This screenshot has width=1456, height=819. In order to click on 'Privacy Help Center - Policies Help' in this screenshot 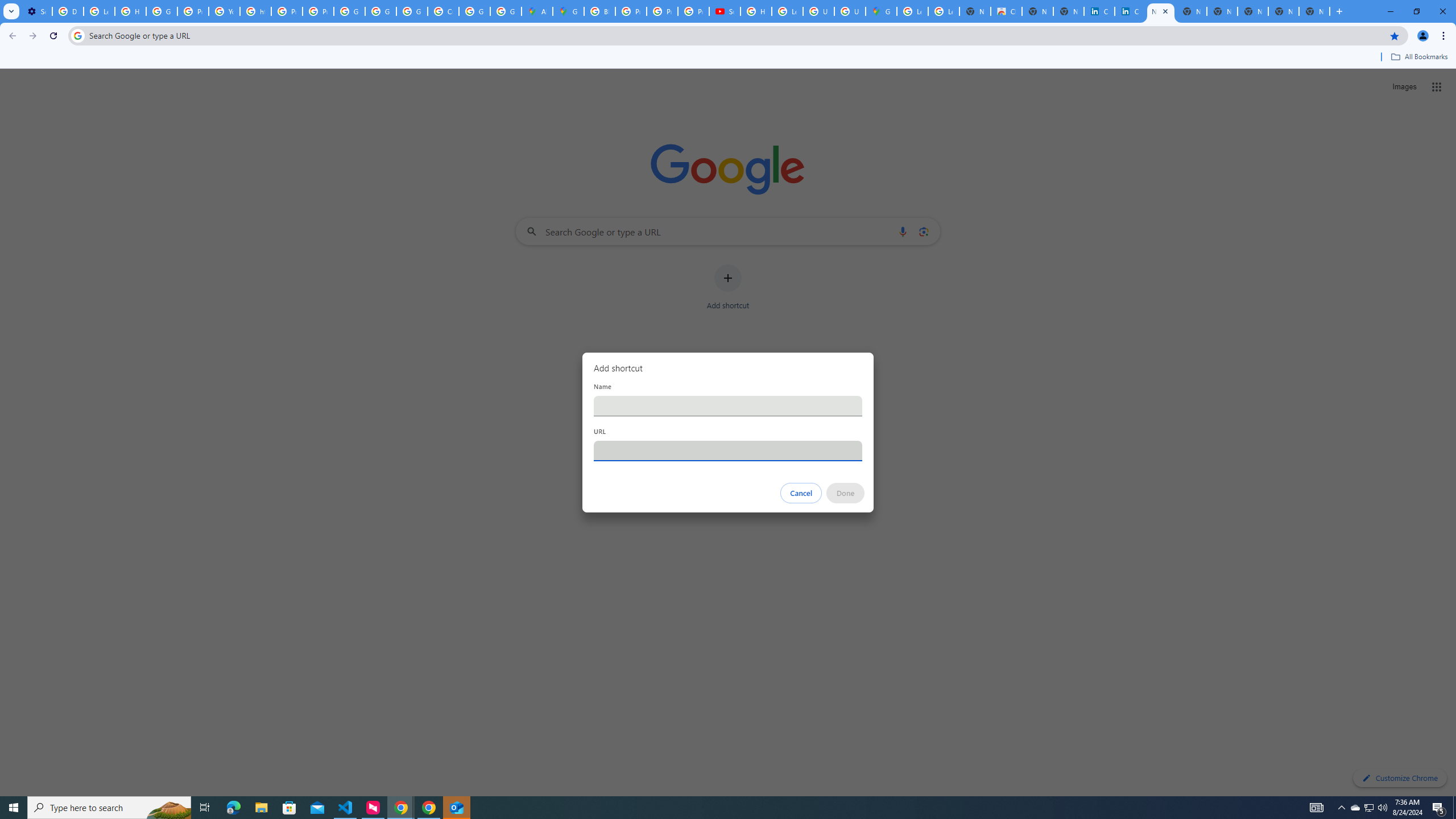, I will do `click(630, 11)`.